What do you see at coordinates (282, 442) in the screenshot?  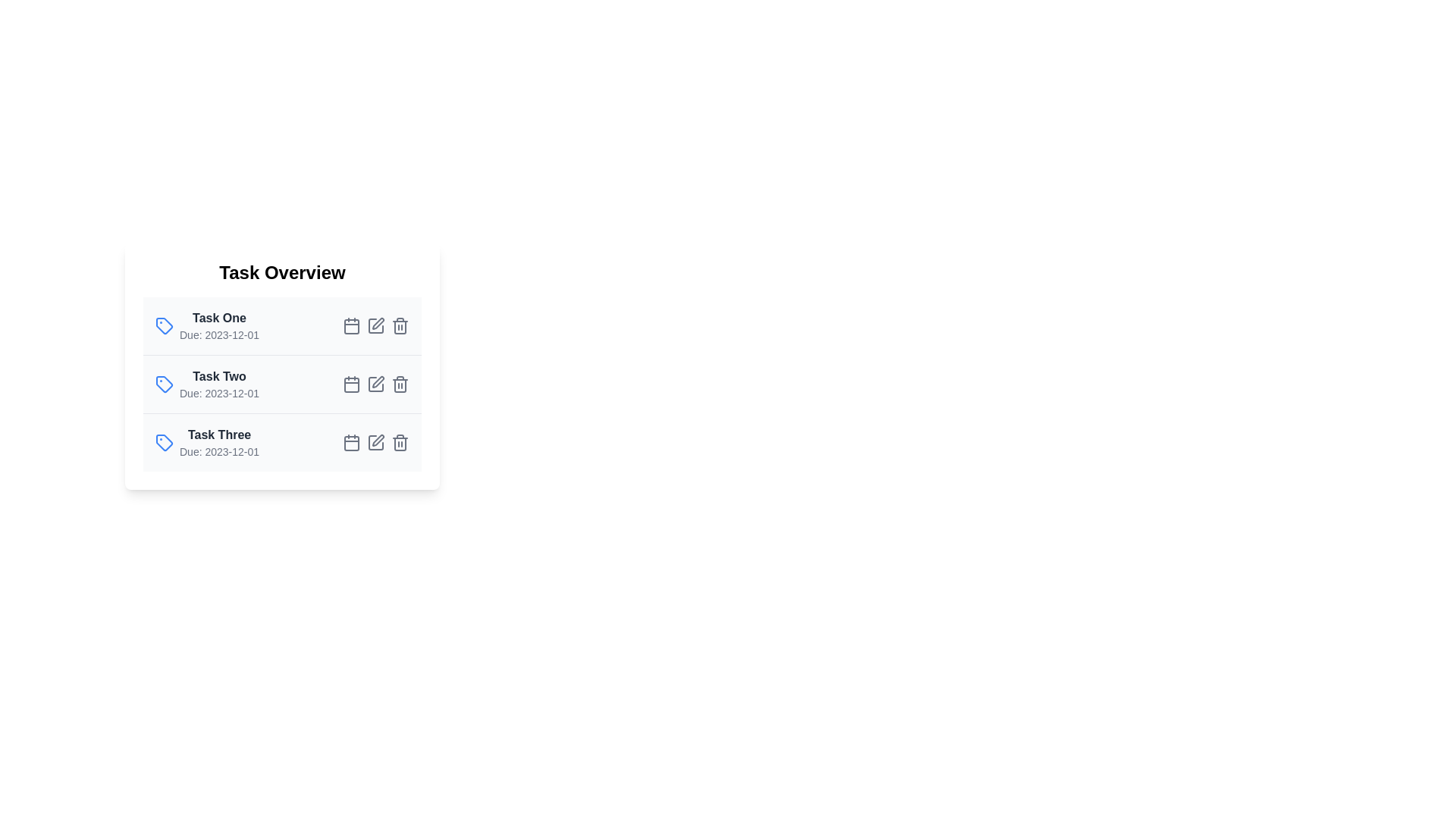 I see `the third task entry in the 'Task Overview' list` at bounding box center [282, 442].